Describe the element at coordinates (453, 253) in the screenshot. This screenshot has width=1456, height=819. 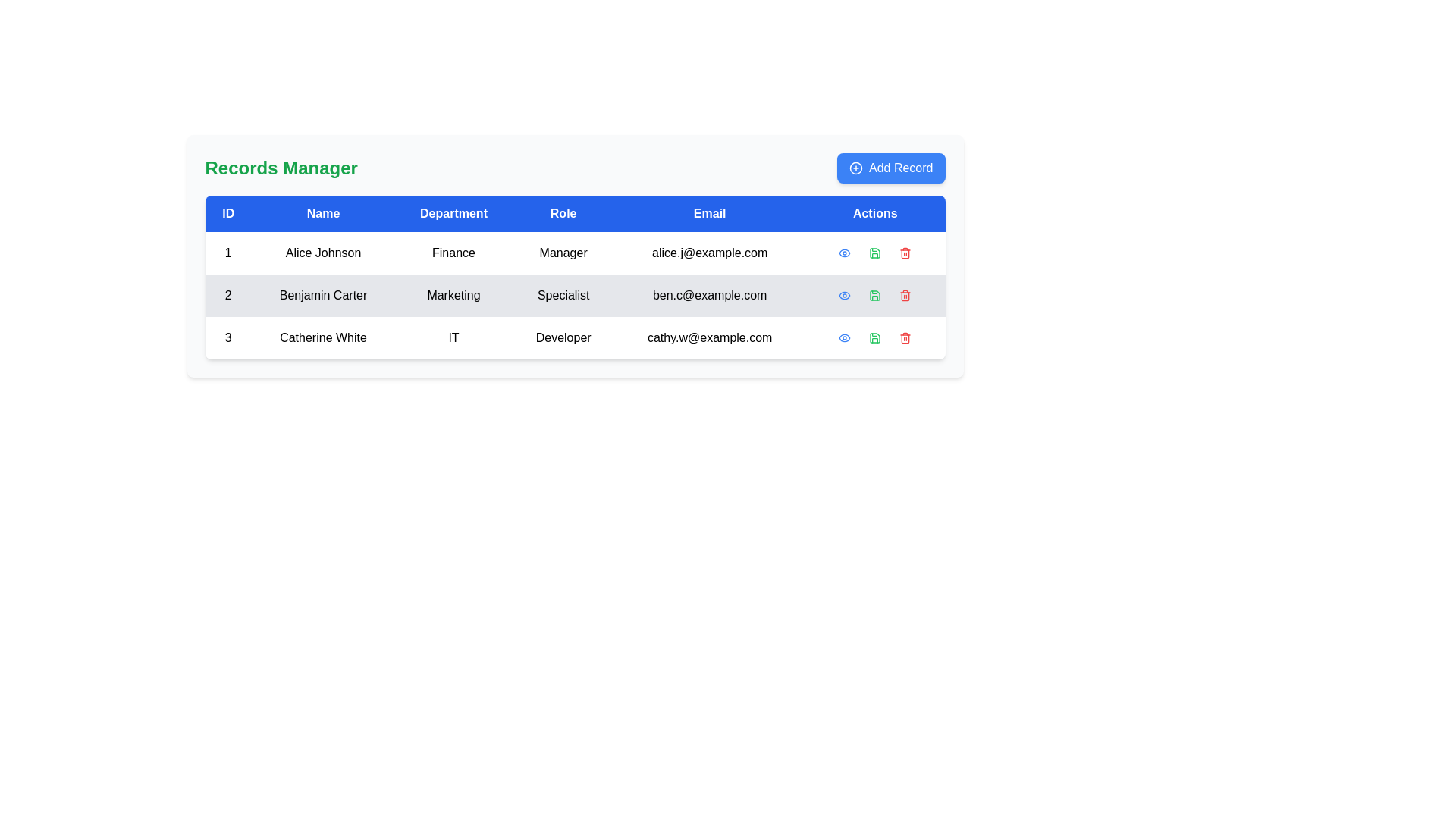
I see `the text label reading 'Finance' located in the third column of the first row of the main table under the 'Department' header, corresponding to the record for 'Alice Johnson.'` at that location.